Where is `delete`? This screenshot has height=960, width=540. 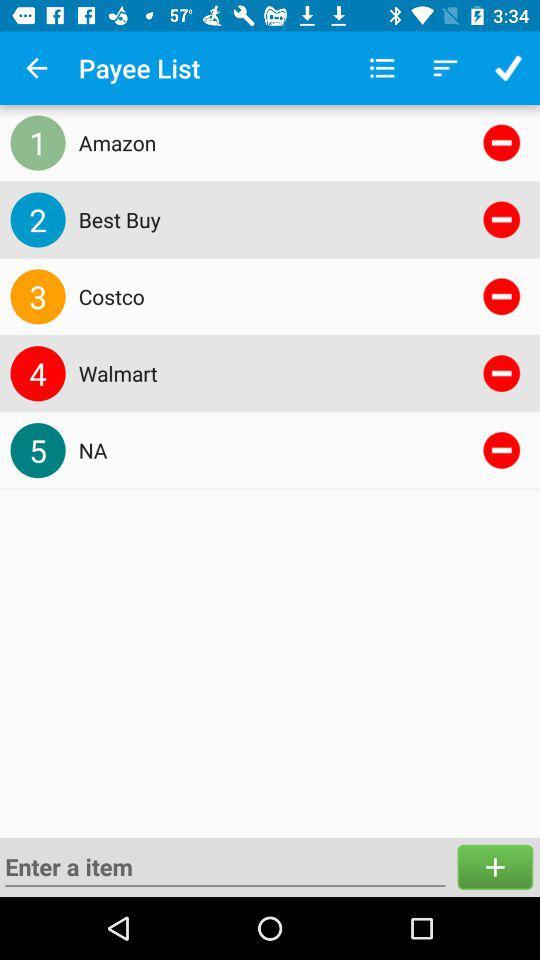 delete is located at coordinates (500, 219).